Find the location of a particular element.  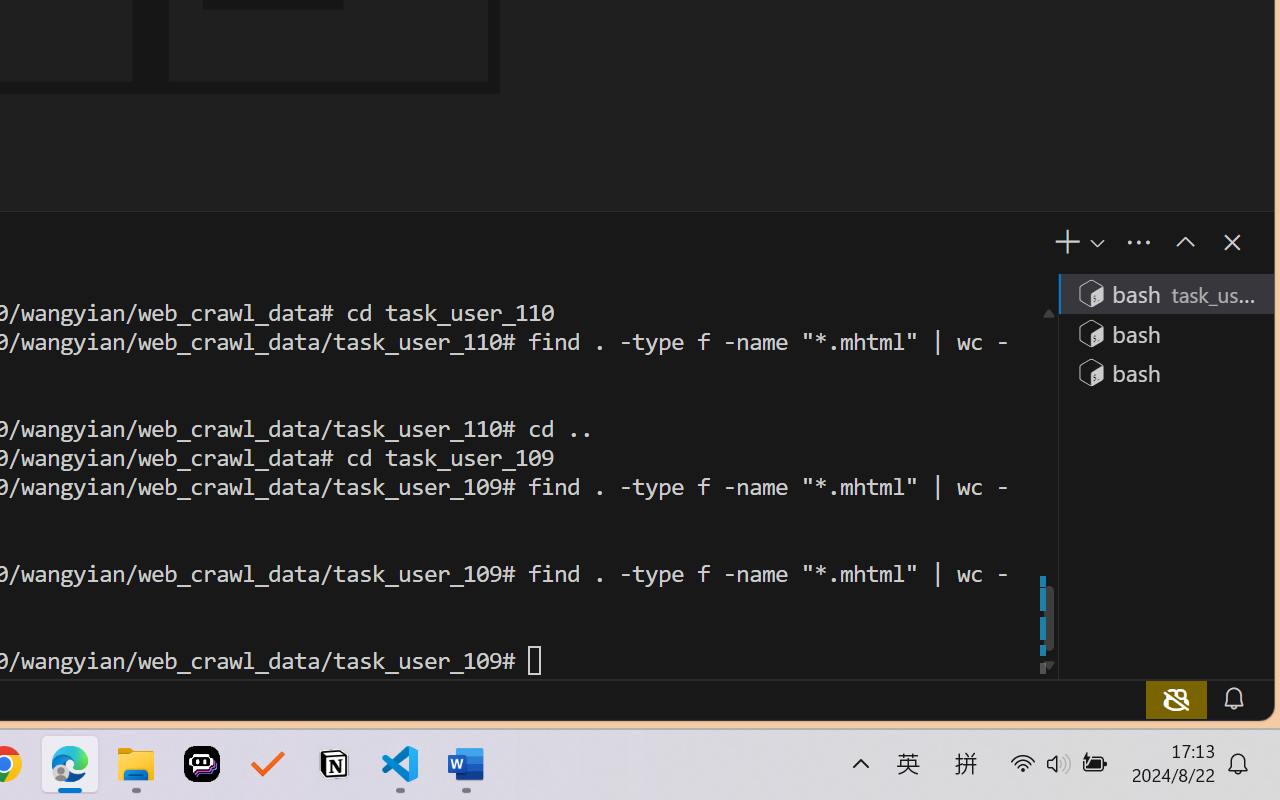

'Close Panel' is located at coordinates (1229, 241).